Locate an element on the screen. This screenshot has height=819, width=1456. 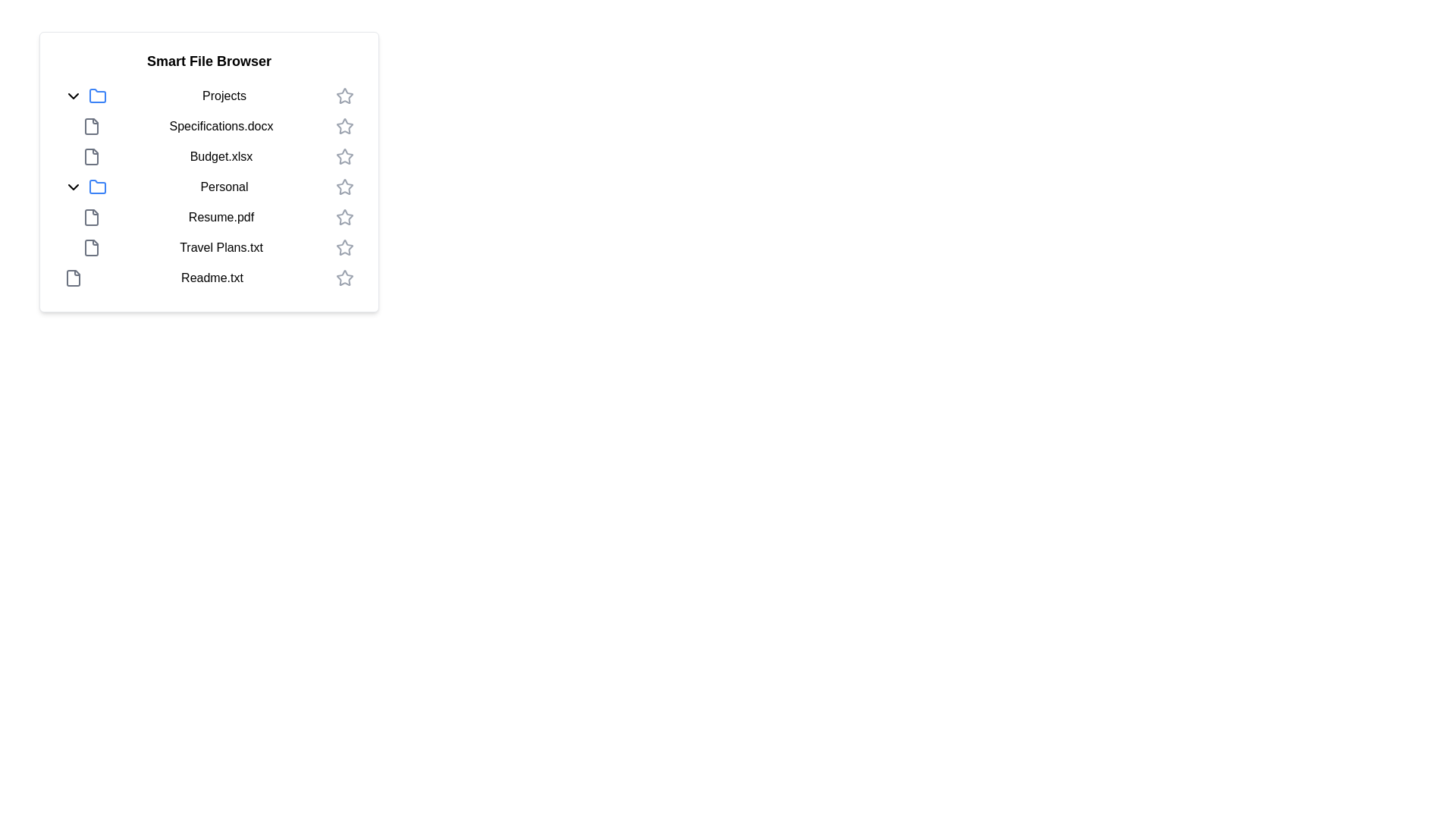
the document file icon that has a rectangular shape with a folded top-right corner, located to the left of the text 'Specifications.docx' is located at coordinates (90, 125).